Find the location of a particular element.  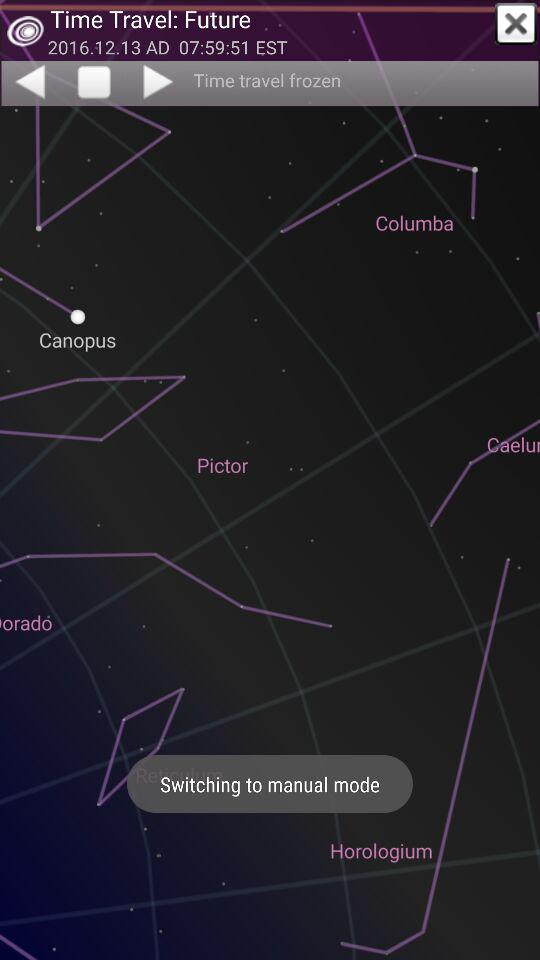

resume time travel is located at coordinates (159, 81).